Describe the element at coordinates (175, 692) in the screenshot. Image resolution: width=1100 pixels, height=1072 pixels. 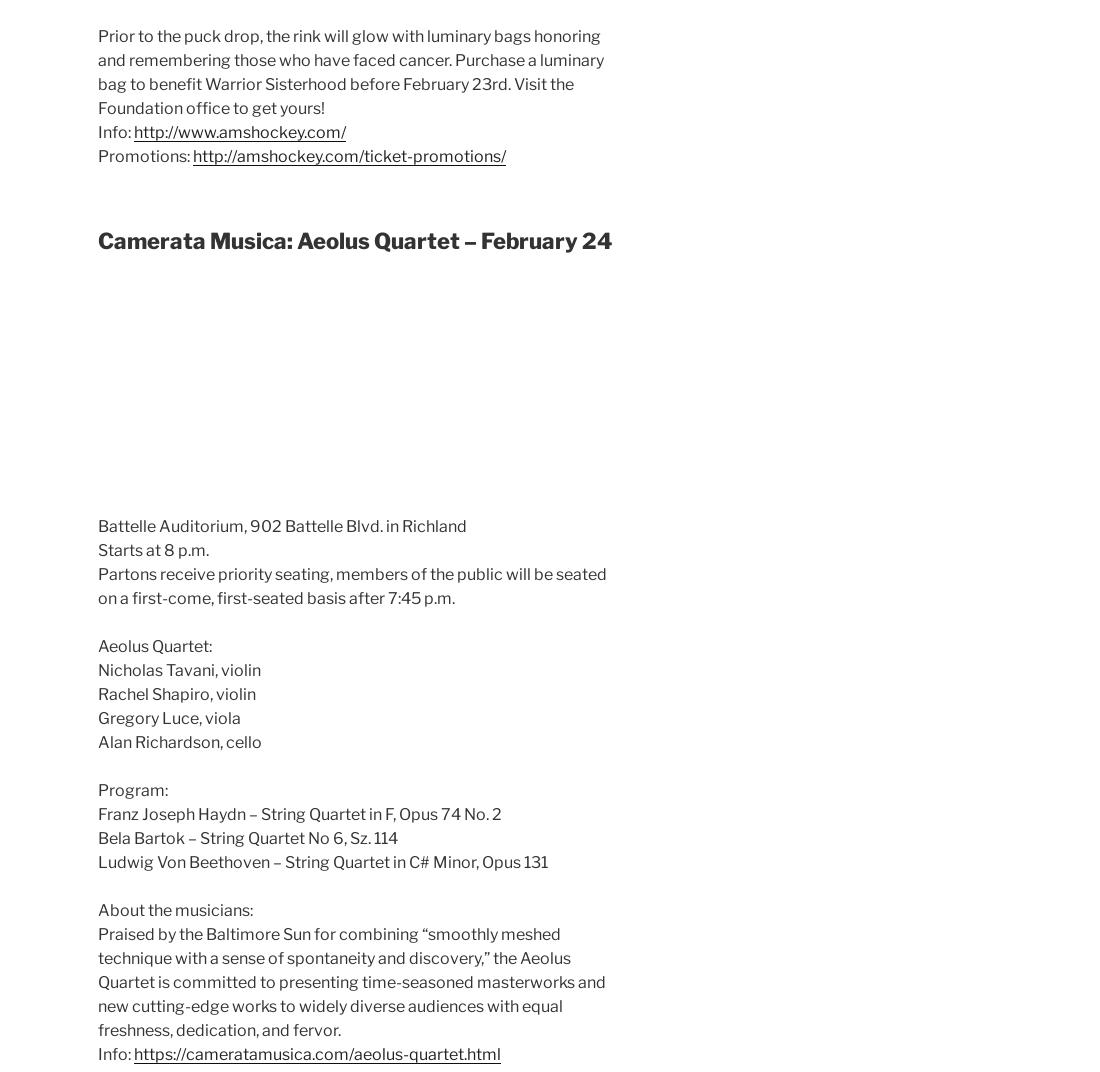
I see `'Rachel Shapiro, violin'` at that location.